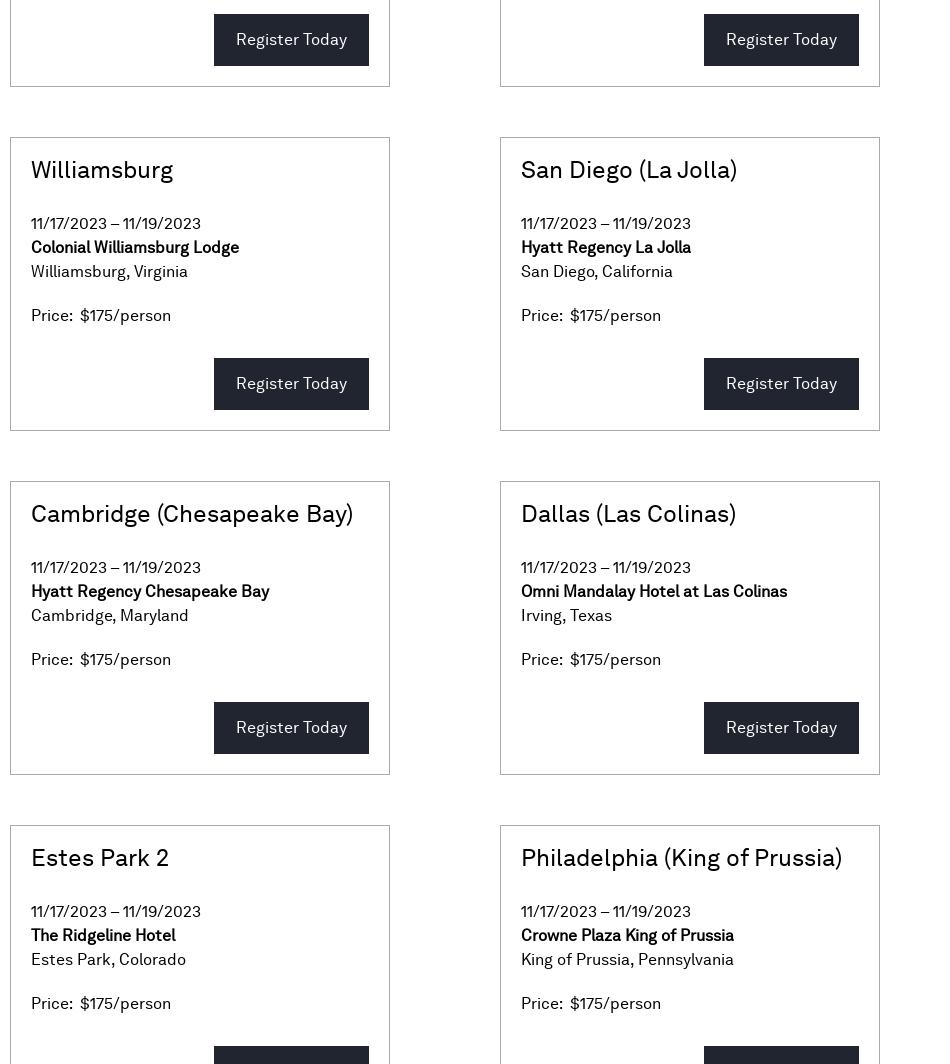  What do you see at coordinates (30, 591) in the screenshot?
I see `'Hyatt Regency Chesapeake Bay'` at bounding box center [30, 591].